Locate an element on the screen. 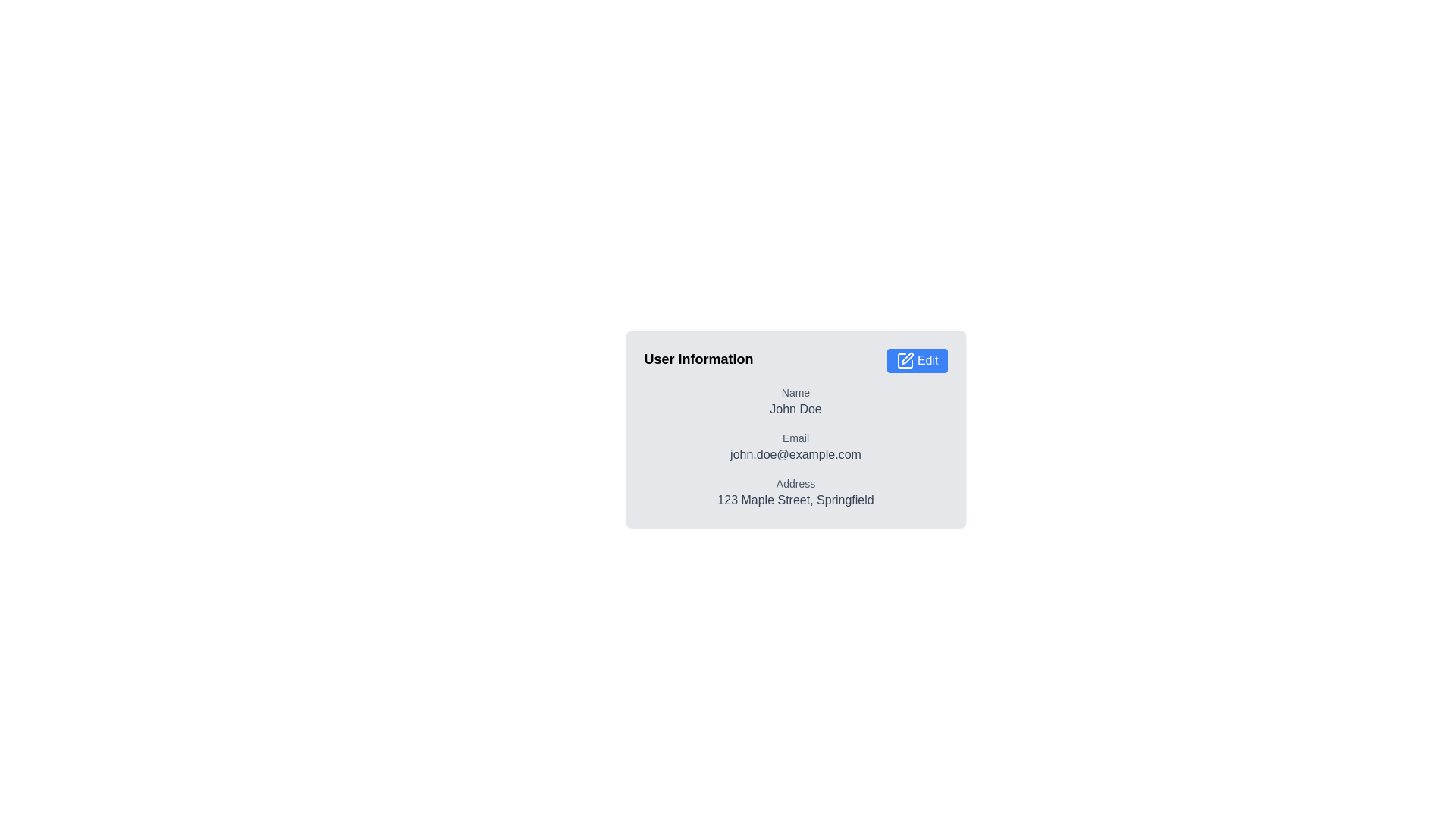  the pen icon located within the 'Edit' button on the top-right corner of the 'User Information' card is located at coordinates (907, 359).